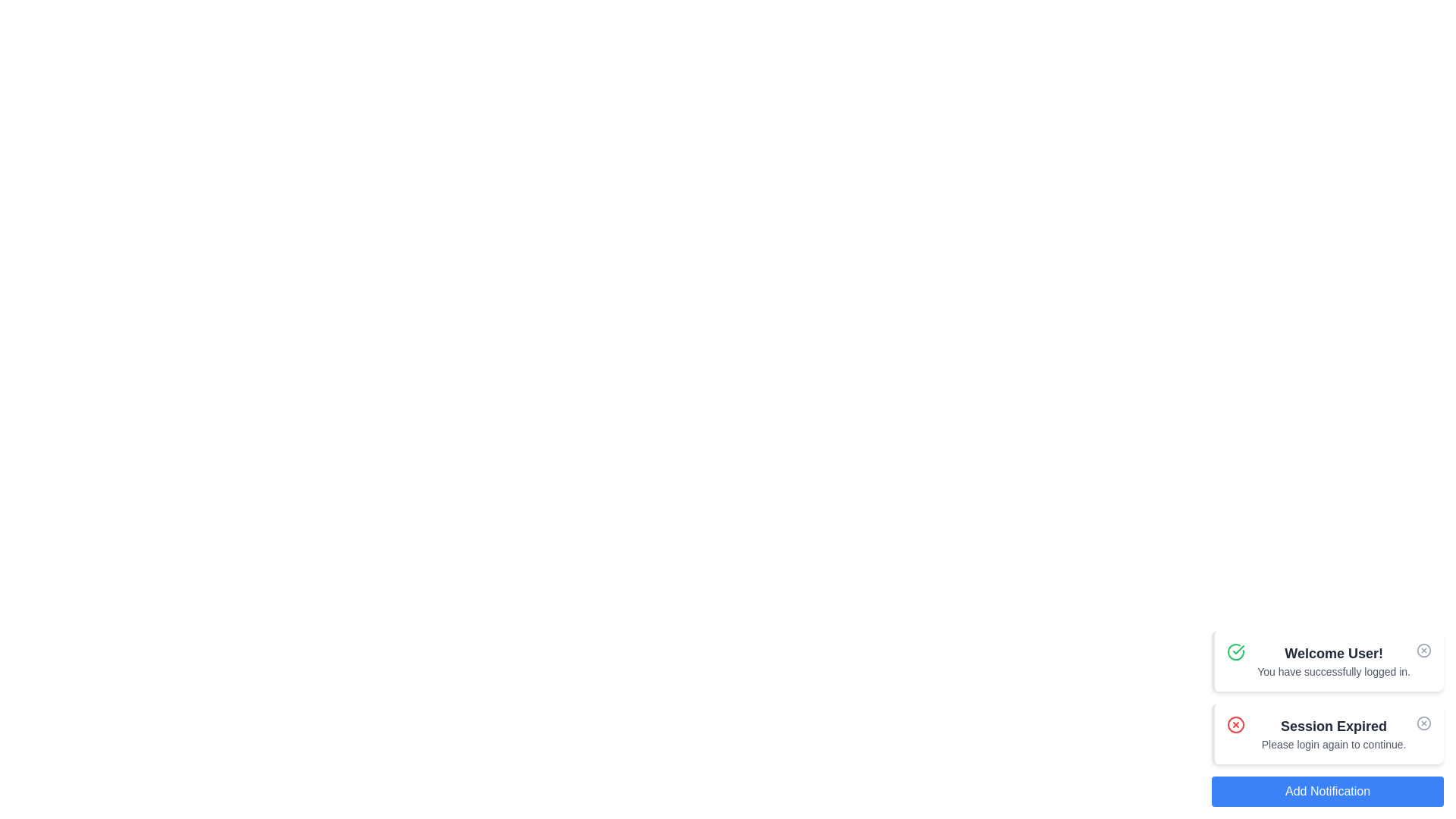  Describe the element at coordinates (1236, 724) in the screenshot. I see `the notification with error icon` at that location.